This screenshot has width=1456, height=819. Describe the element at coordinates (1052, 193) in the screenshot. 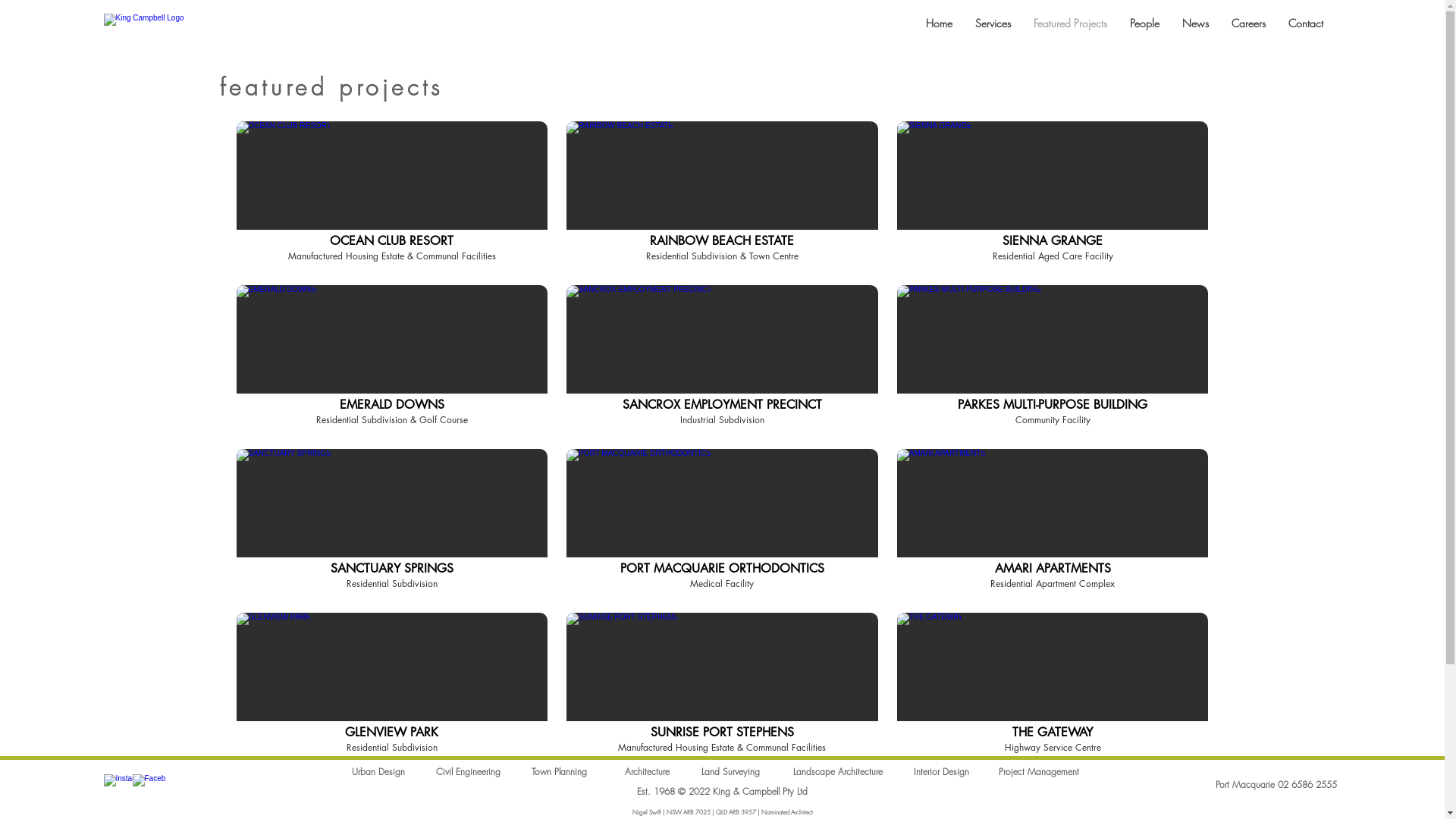

I see `'SIENNA GRANGE` at that location.